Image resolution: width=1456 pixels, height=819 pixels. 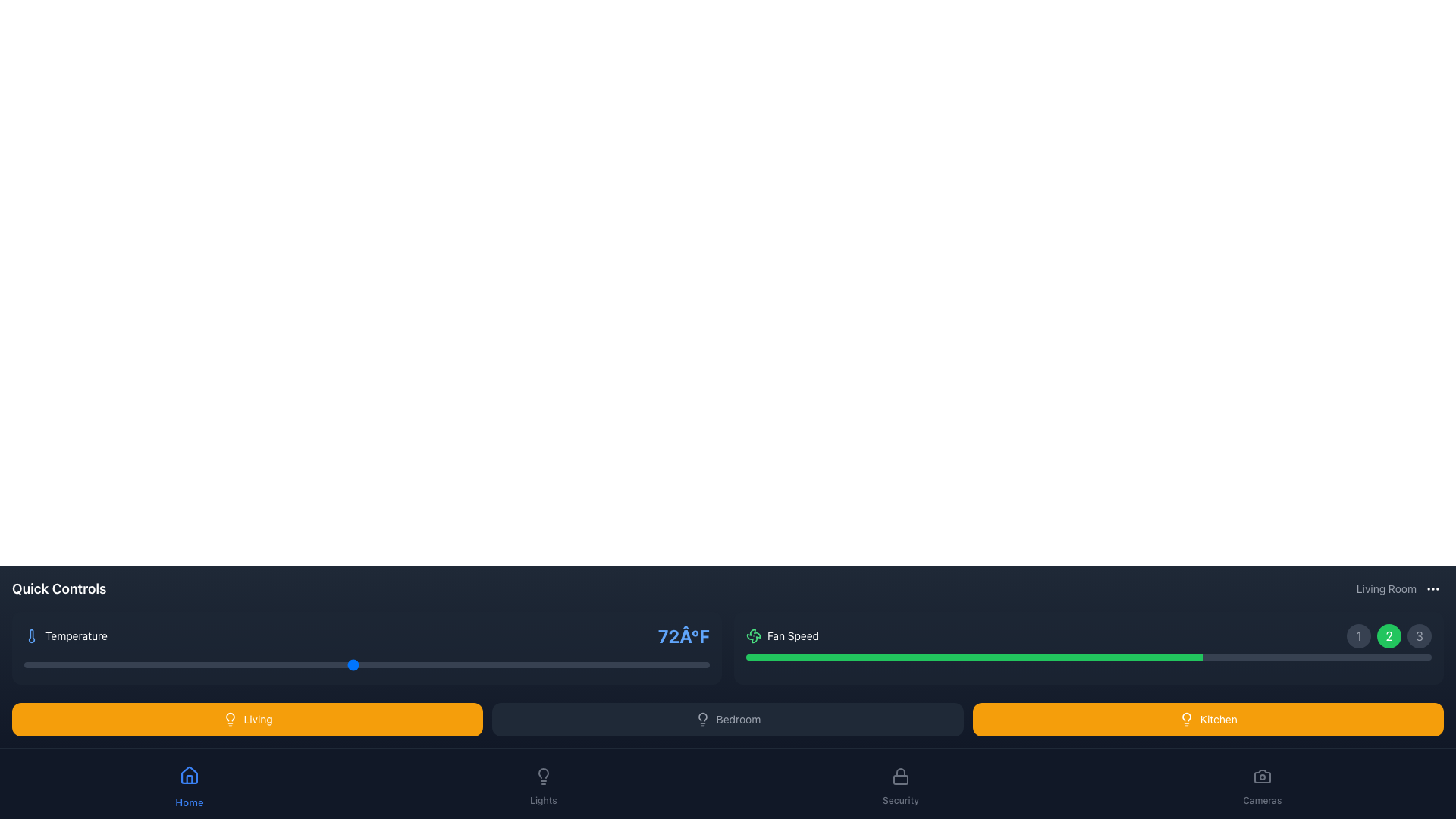 I want to click on the horizontally aligned ellipsis icon button located in the top-right corner of the 'Living Room' section, so click(x=1432, y=588).